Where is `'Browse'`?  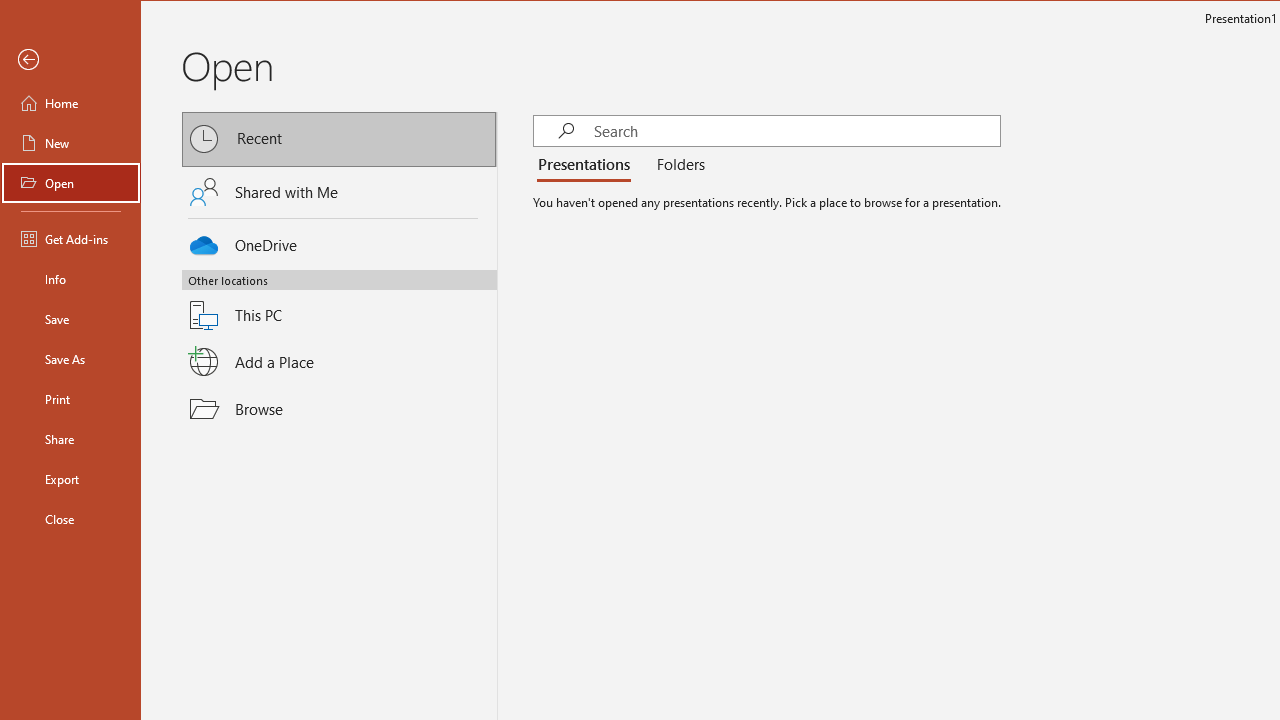
'Browse' is located at coordinates (339, 408).